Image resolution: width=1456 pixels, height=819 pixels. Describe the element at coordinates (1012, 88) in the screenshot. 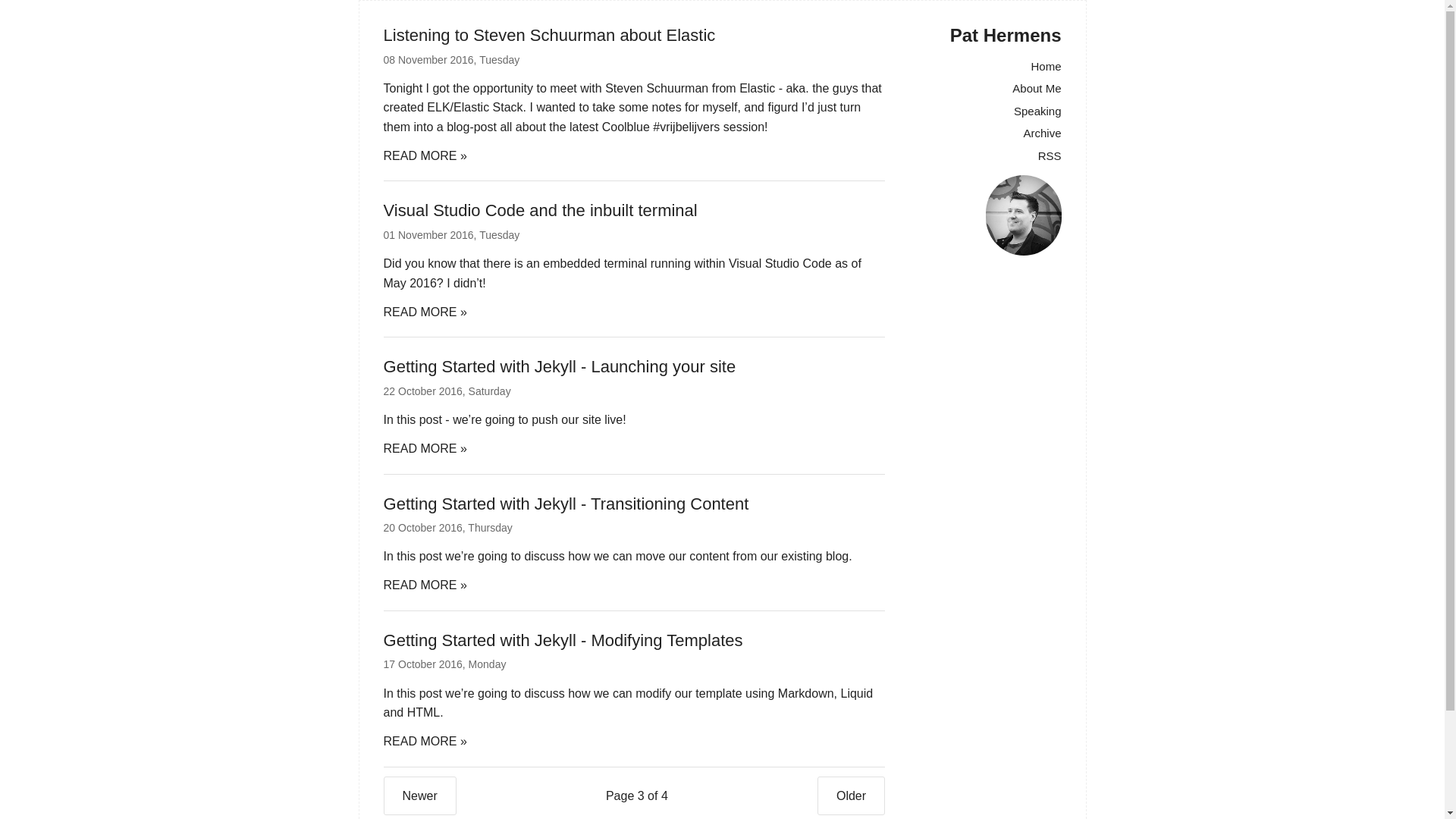

I see `'About Me'` at that location.